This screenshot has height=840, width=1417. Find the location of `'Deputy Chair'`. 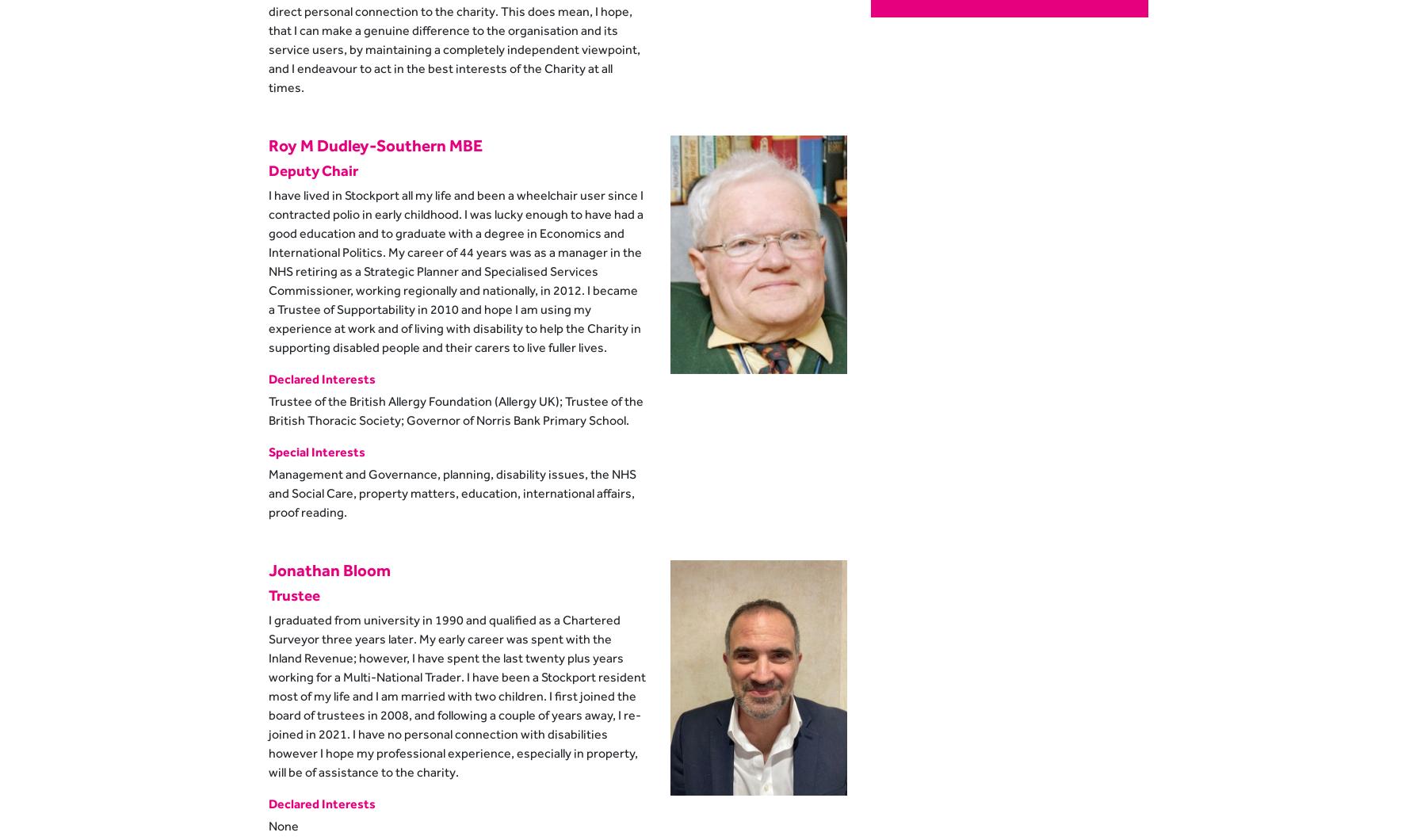

'Deputy Chair' is located at coordinates (312, 169).